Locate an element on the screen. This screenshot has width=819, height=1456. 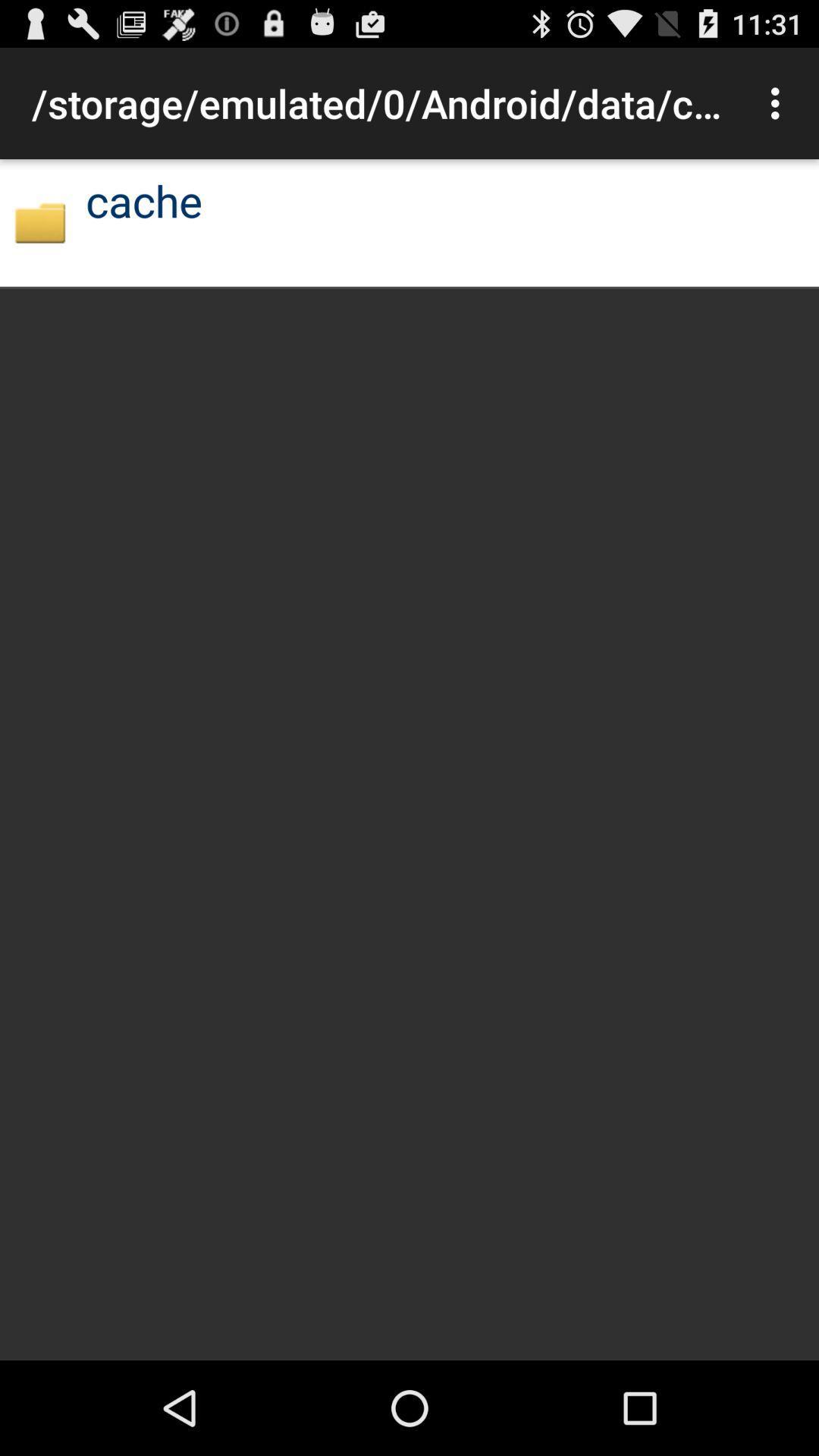
icon to the right of storage emulated 0 item is located at coordinates (779, 102).